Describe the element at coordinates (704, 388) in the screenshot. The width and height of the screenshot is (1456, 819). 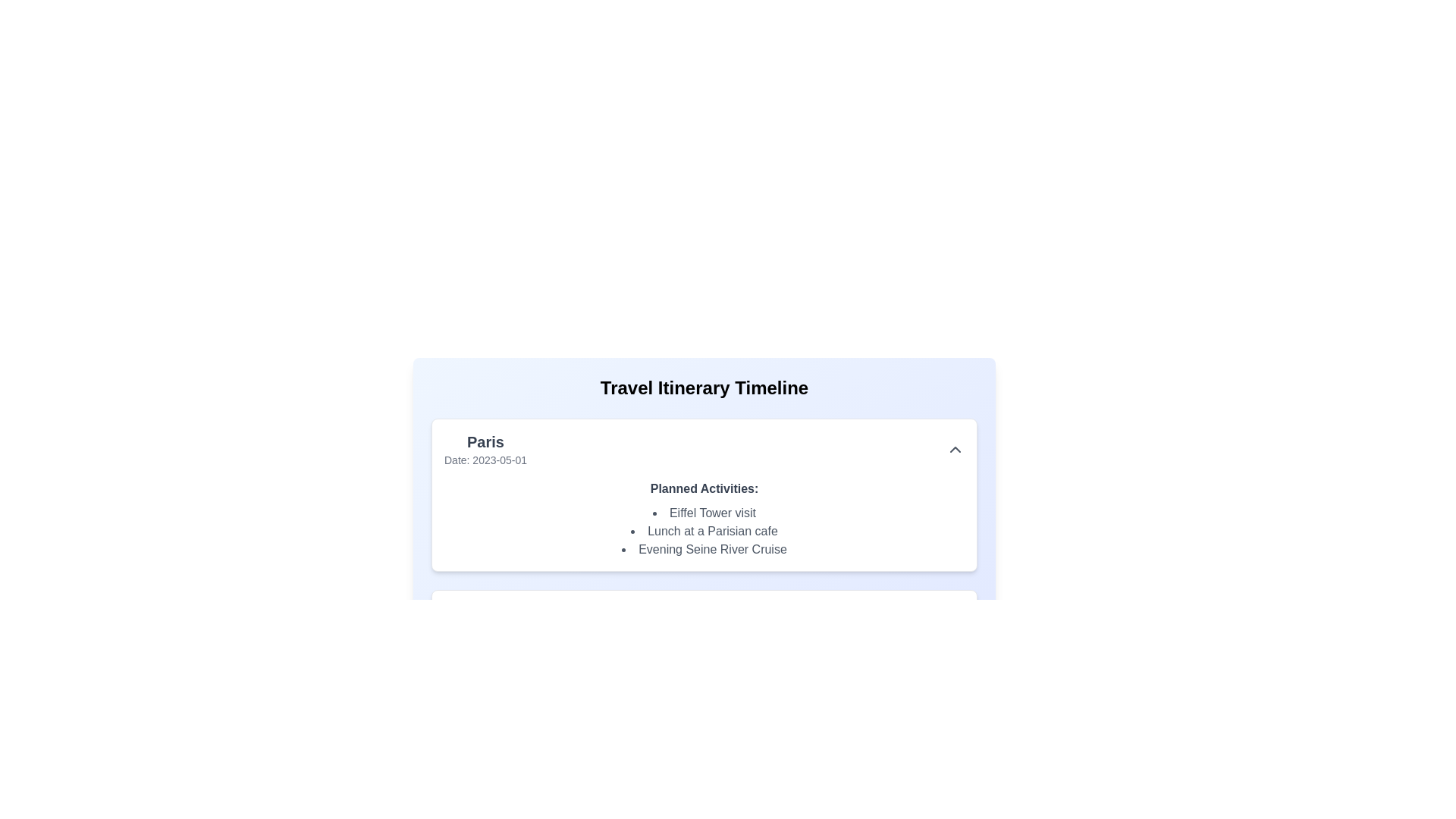
I see `heading text that serves as the title for the travel itinerary timeline, positioned at the top of the section above the activities and dates` at that location.